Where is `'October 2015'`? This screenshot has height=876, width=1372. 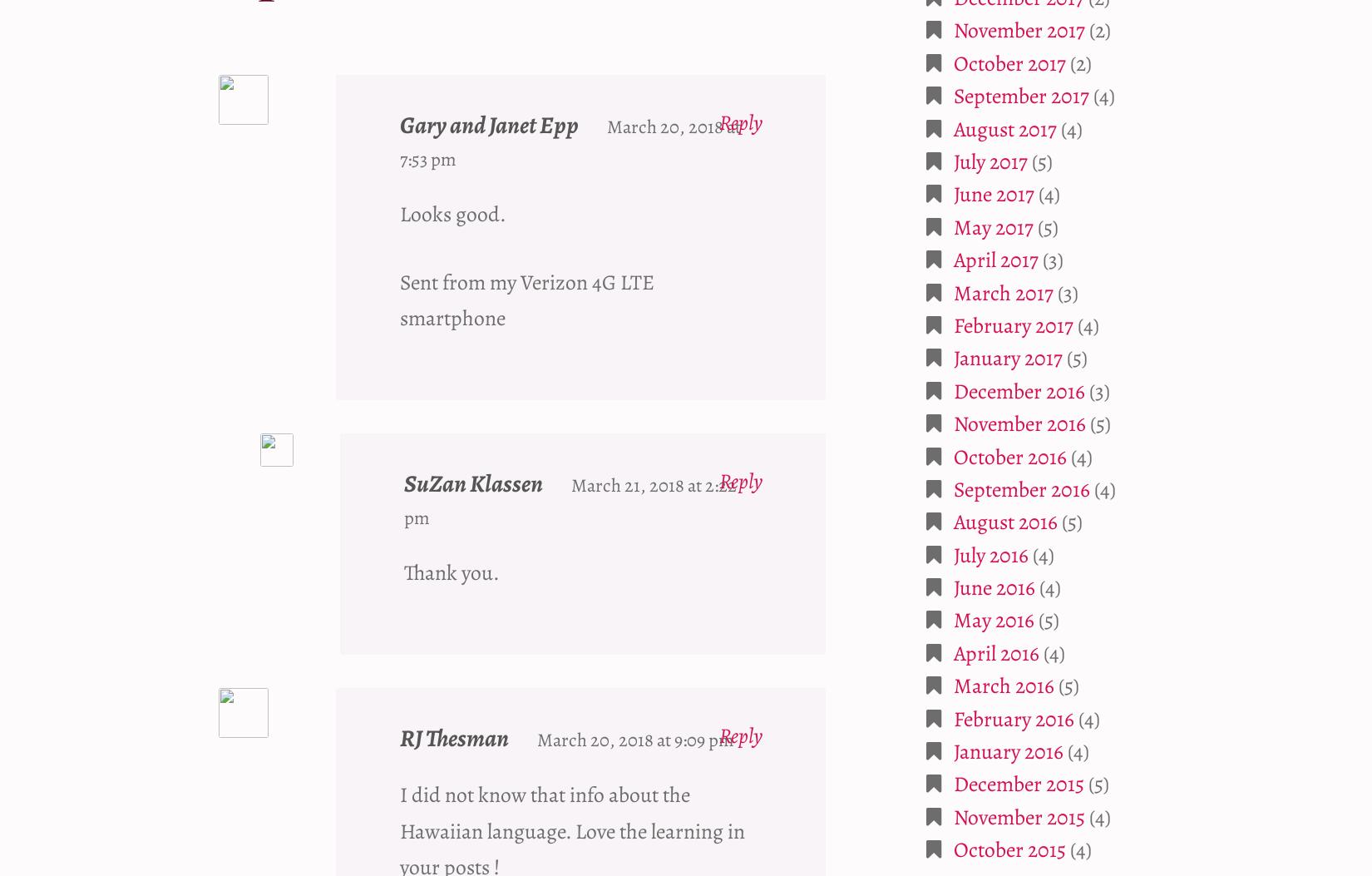
'October 2015' is located at coordinates (1009, 849).